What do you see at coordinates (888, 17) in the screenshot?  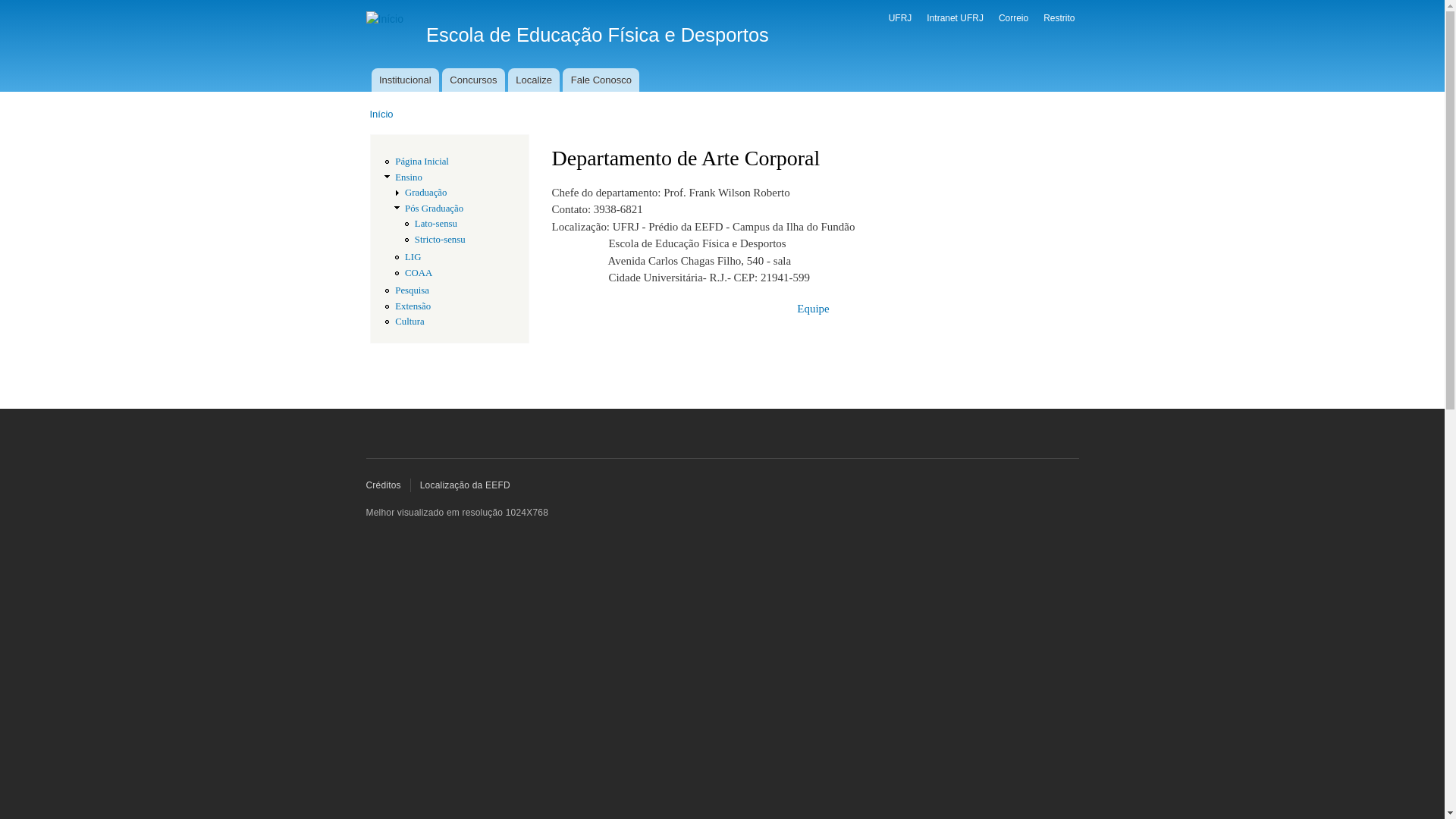 I see `'UFRJ'` at bounding box center [888, 17].